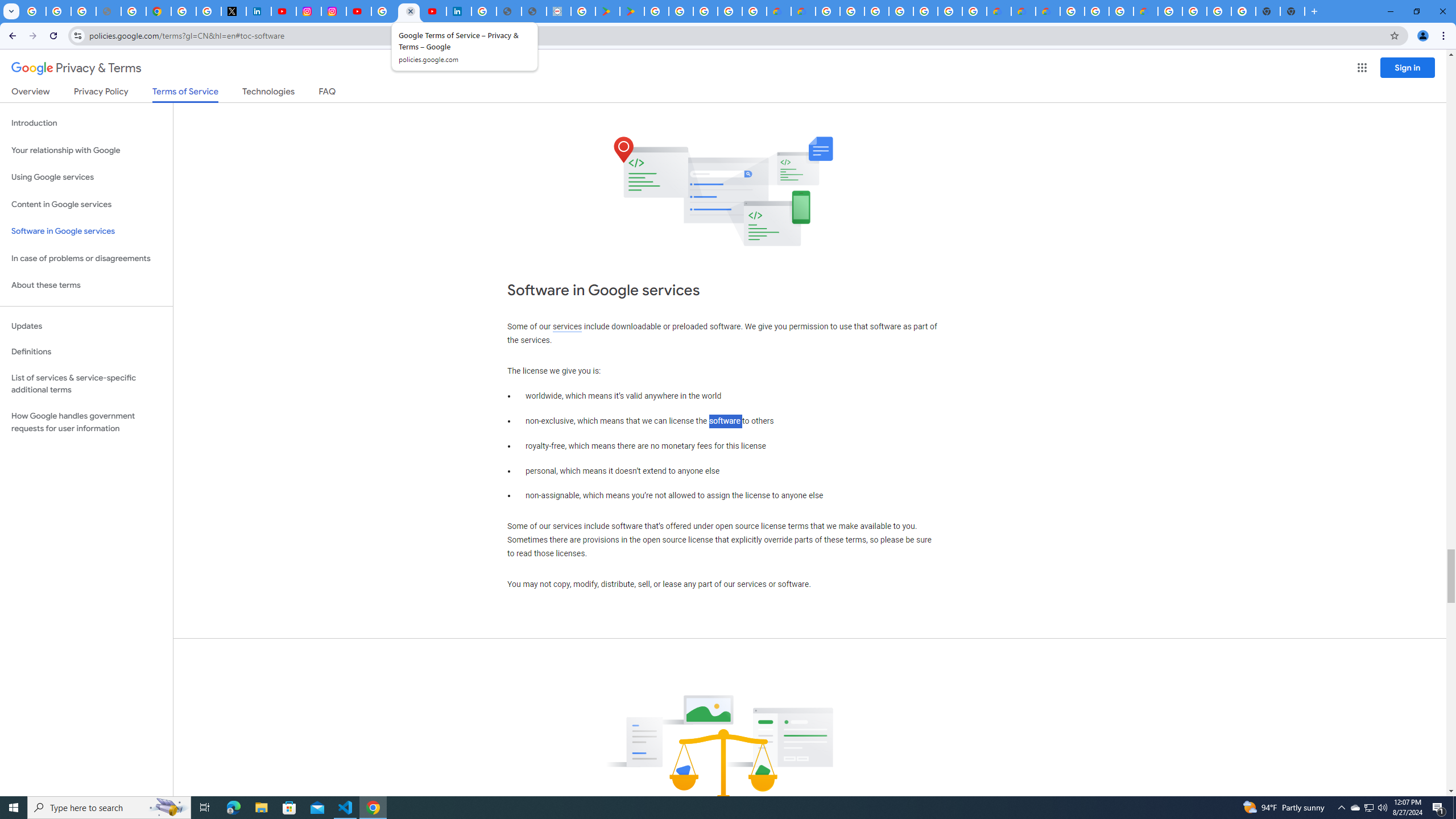  What do you see at coordinates (1170, 11) in the screenshot?
I see `'Google Cloud Platform'` at bounding box center [1170, 11].